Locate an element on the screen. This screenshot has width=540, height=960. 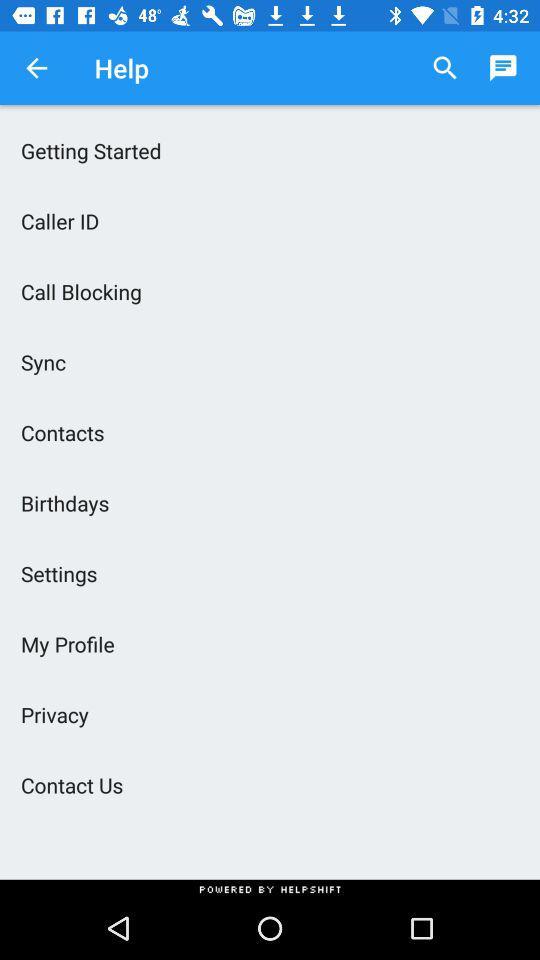
item below settings is located at coordinates (270, 643).